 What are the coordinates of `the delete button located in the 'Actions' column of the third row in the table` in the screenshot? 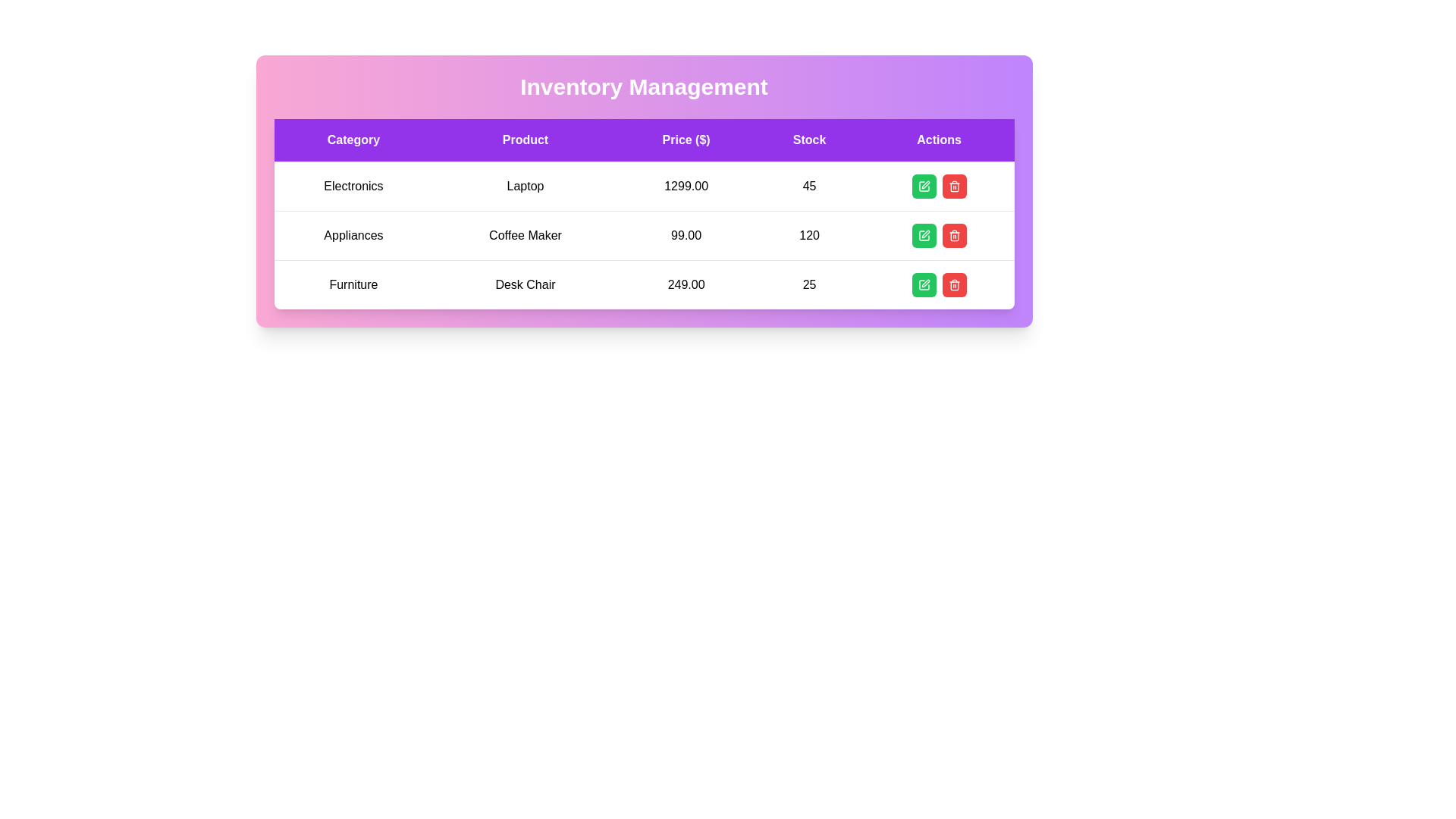 It's located at (953, 284).